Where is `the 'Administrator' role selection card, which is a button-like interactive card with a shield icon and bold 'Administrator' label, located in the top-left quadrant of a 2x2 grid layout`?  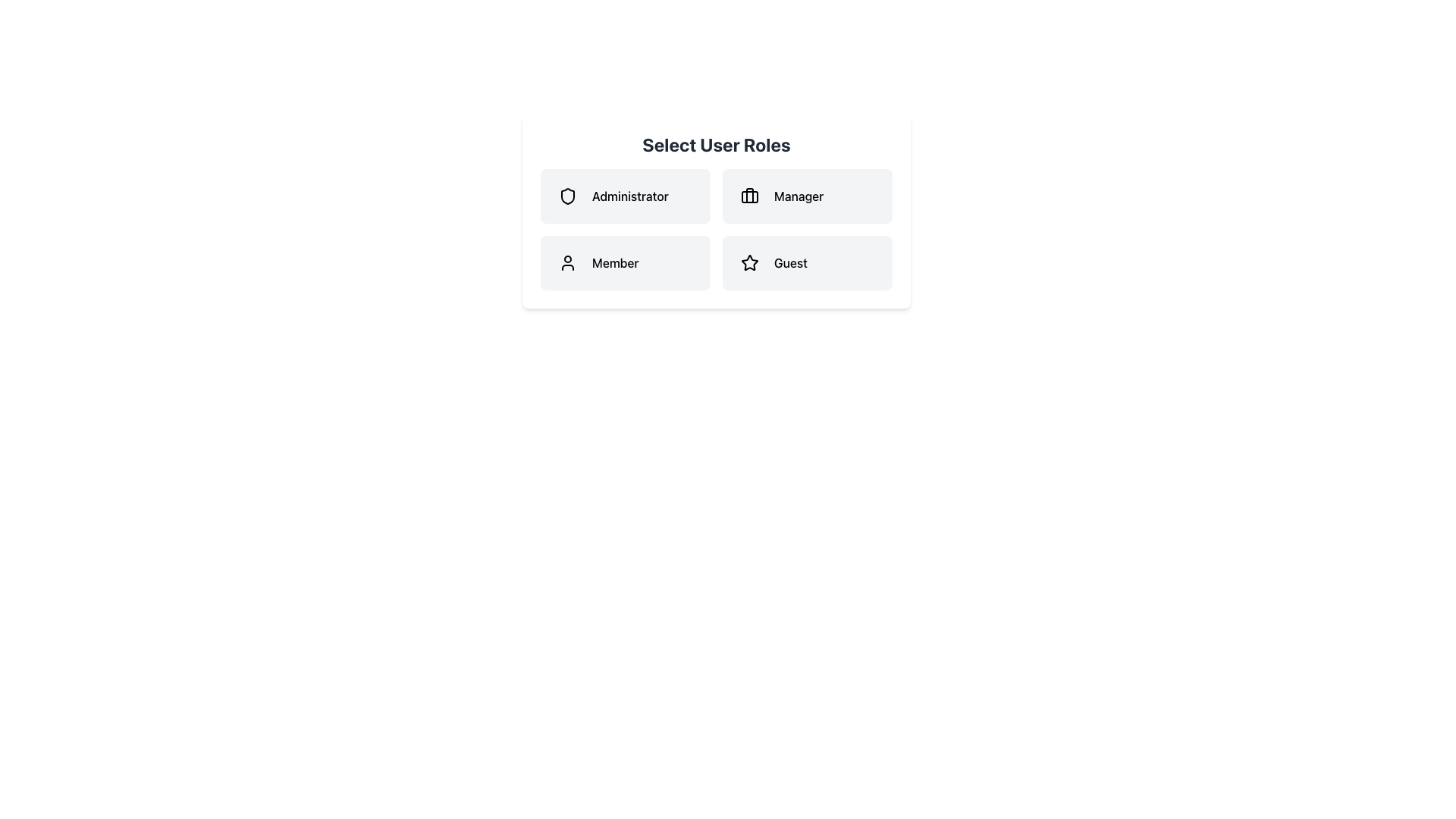
the 'Administrator' role selection card, which is a button-like interactive card with a shield icon and bold 'Administrator' label, located in the top-left quadrant of a 2x2 grid layout is located at coordinates (626, 195).